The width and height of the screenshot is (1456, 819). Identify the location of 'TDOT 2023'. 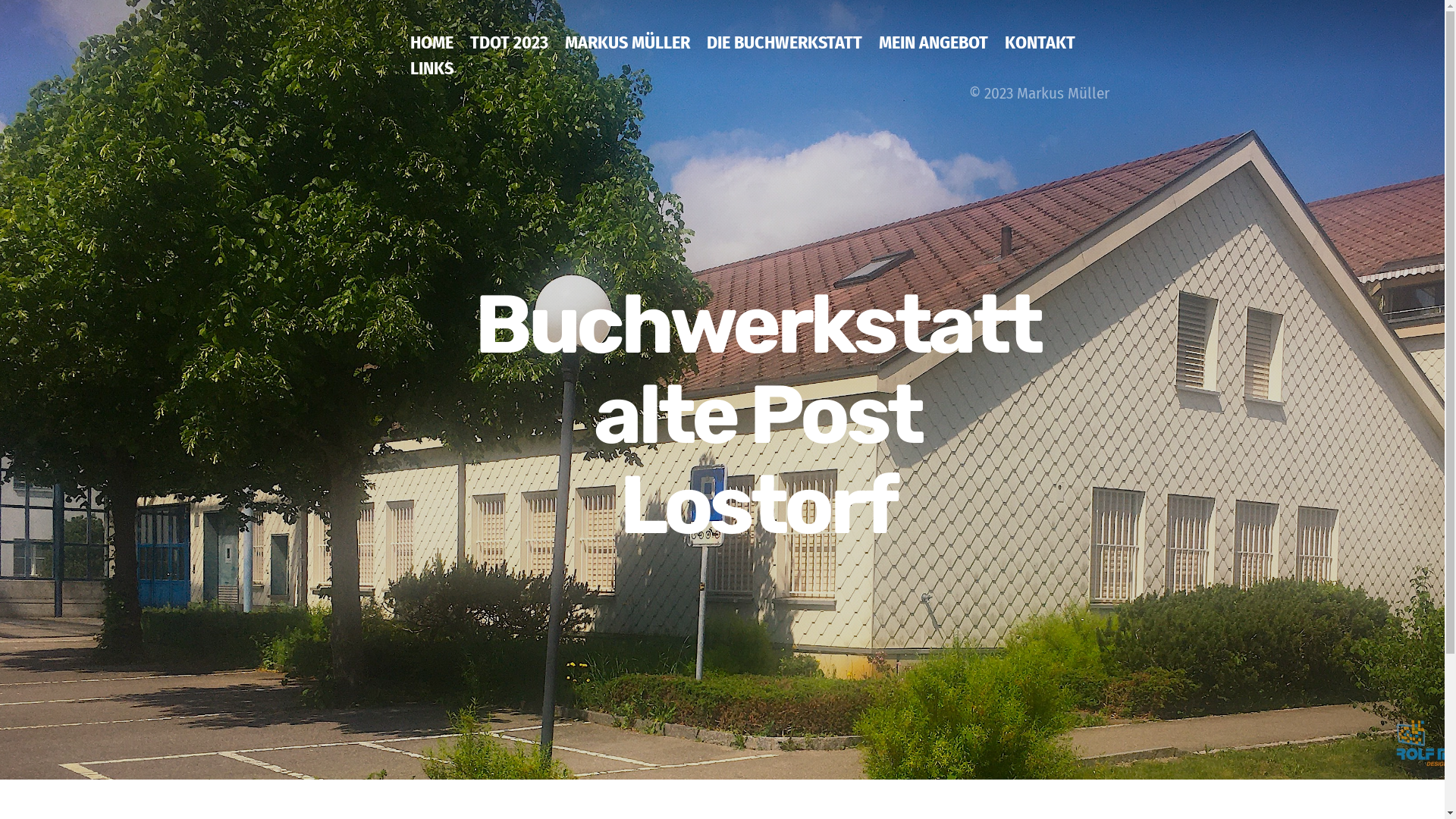
(509, 52).